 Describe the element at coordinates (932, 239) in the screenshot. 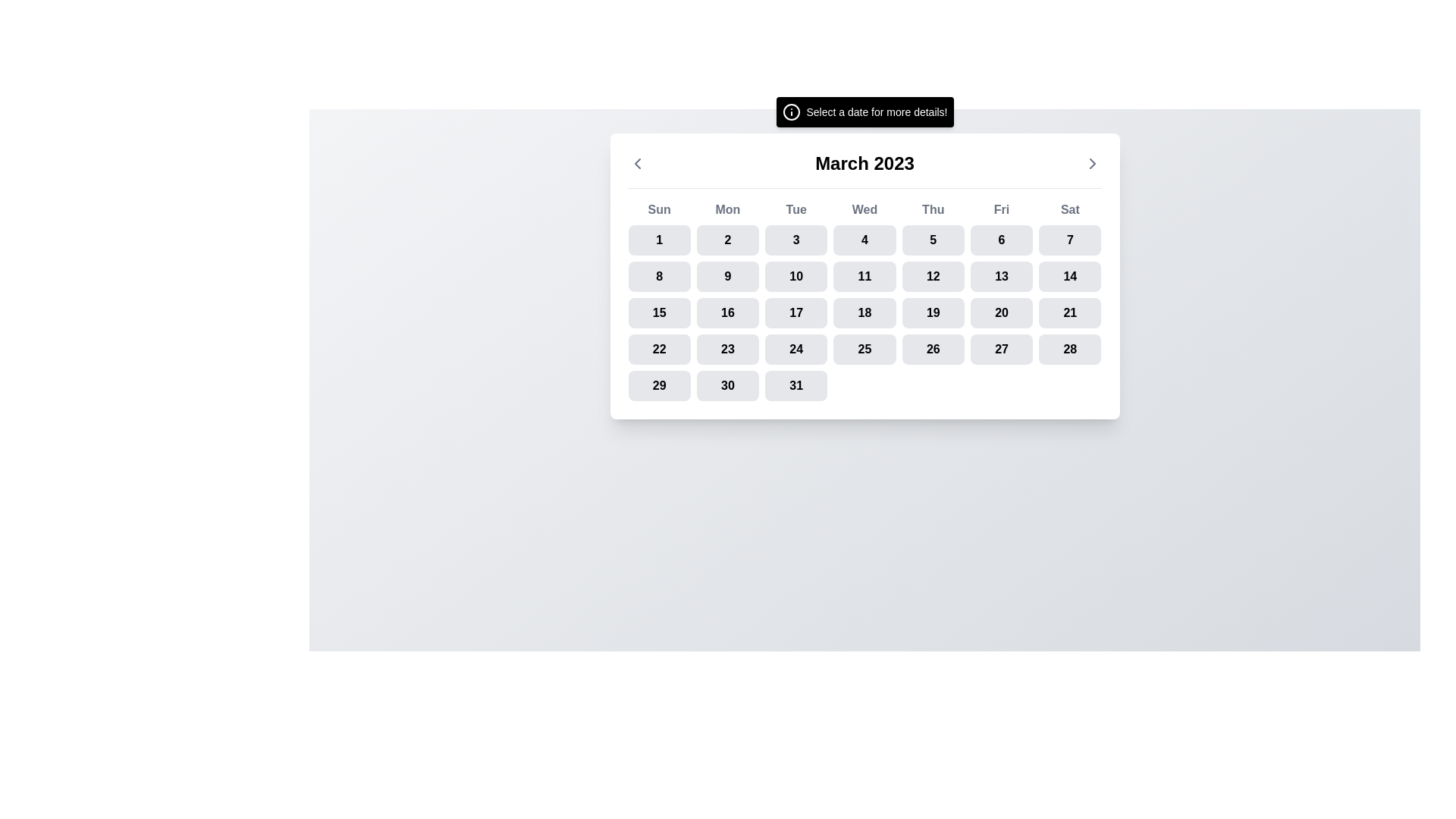

I see `the Day slot in the calendar displaying the number '5', which is a rectangular button with a gray background and rounded corners, located under the 'Thu' header` at that location.